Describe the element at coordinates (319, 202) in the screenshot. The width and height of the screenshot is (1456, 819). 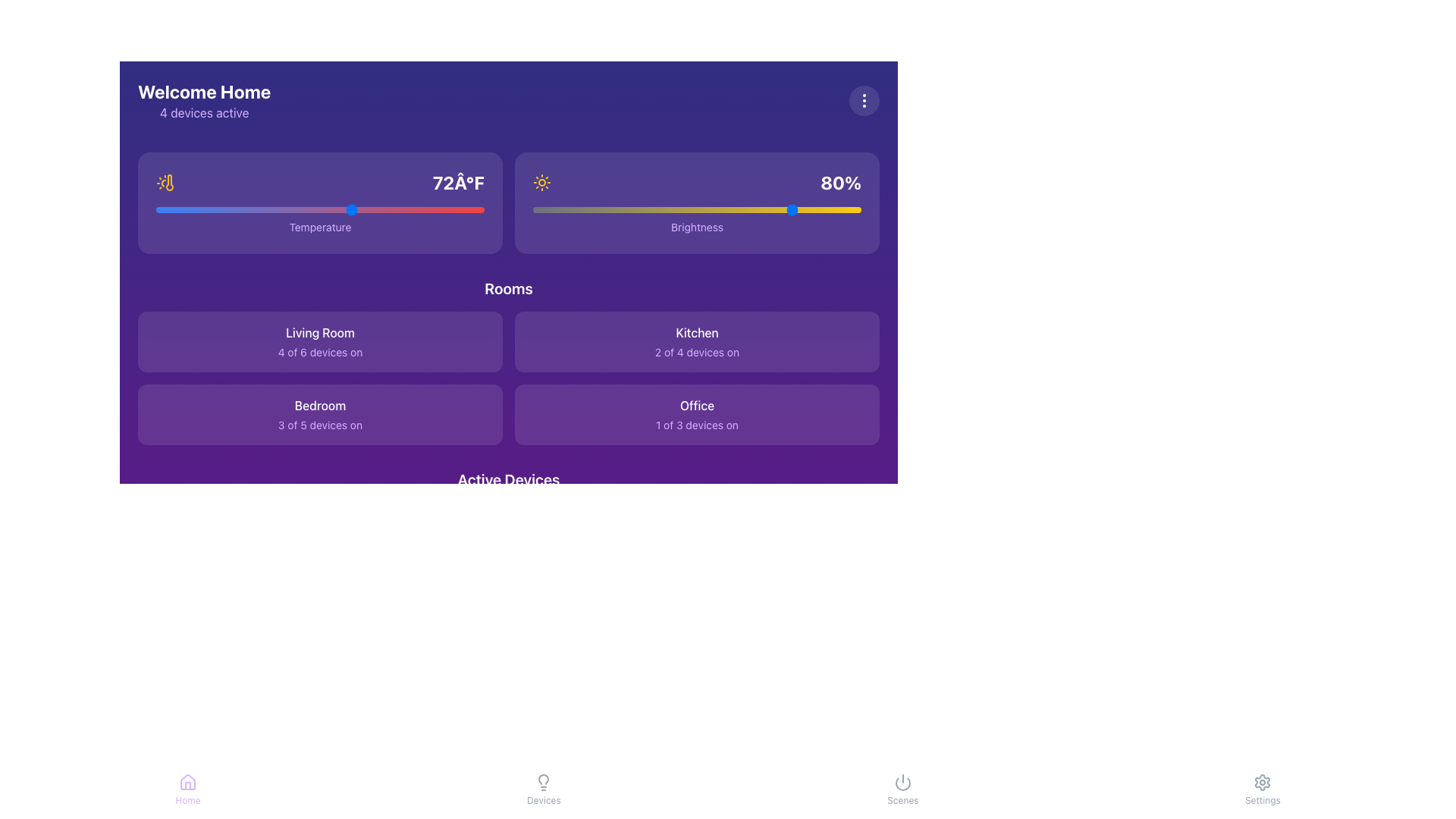
I see `the temperature slider control for keyboard adjustment, identified by its rectangular shape, blue tick, and temperature display of 72°F` at that location.